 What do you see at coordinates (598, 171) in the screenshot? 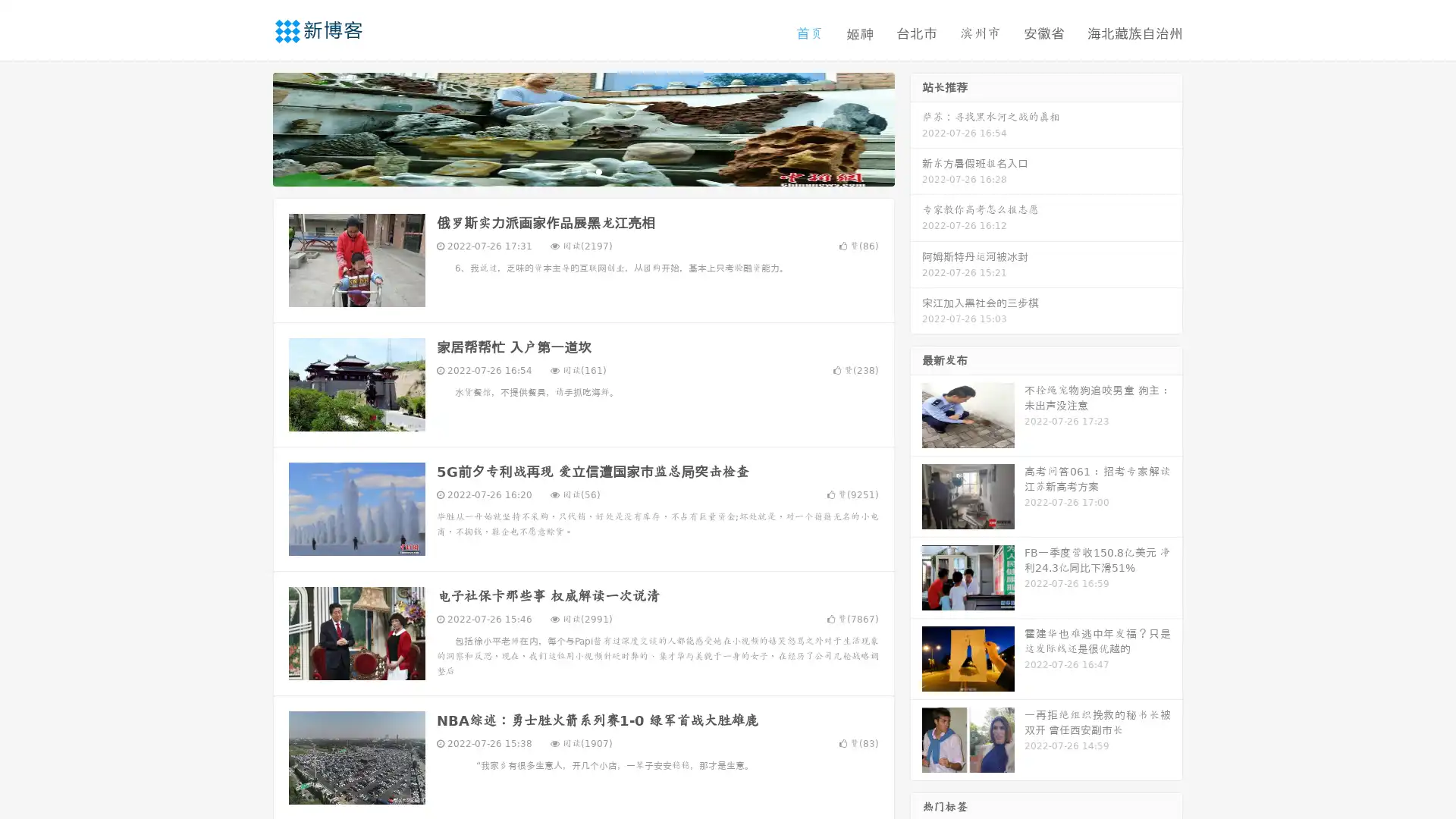
I see `Go to slide 3` at bounding box center [598, 171].